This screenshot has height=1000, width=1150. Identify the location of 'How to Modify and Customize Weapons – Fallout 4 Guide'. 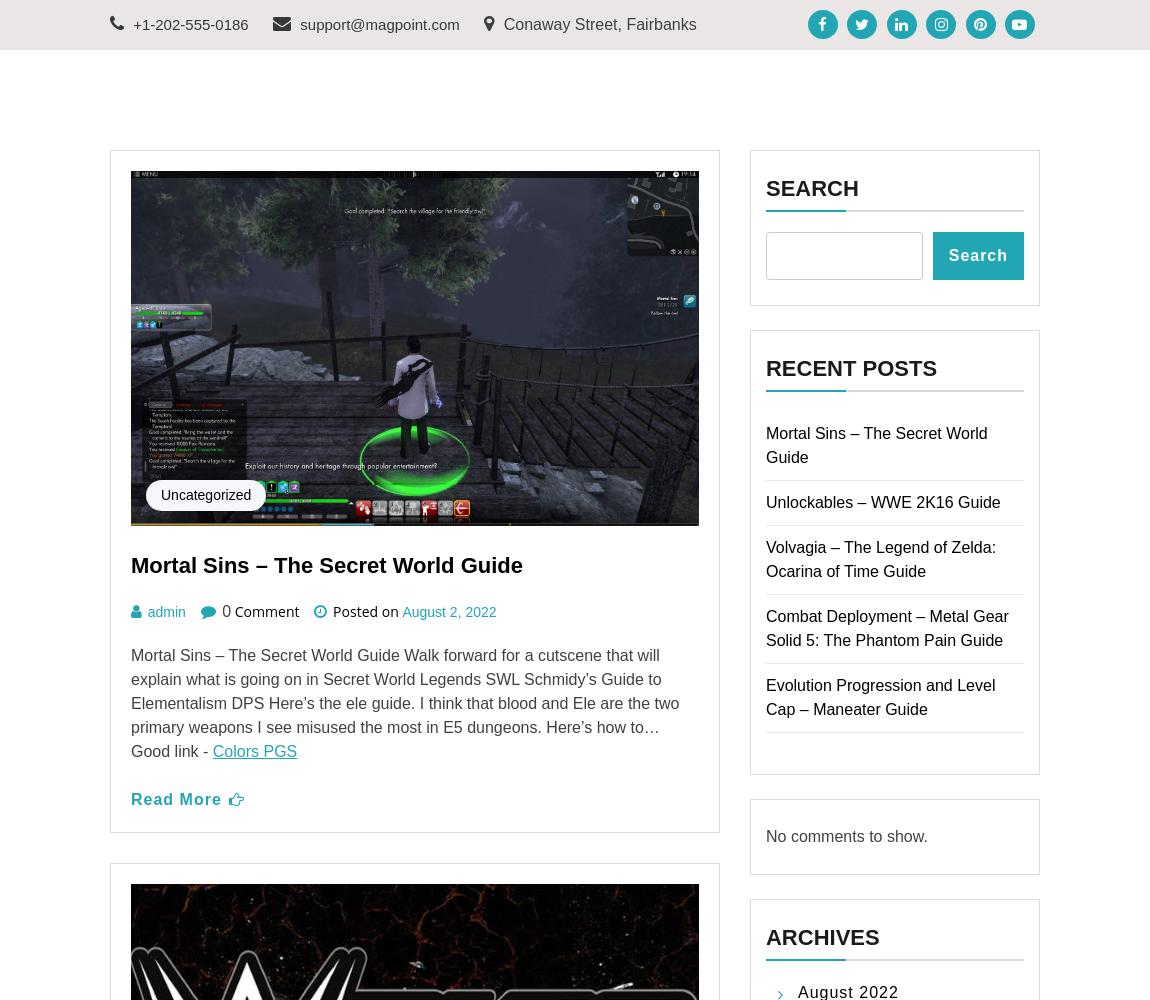
(396, 811).